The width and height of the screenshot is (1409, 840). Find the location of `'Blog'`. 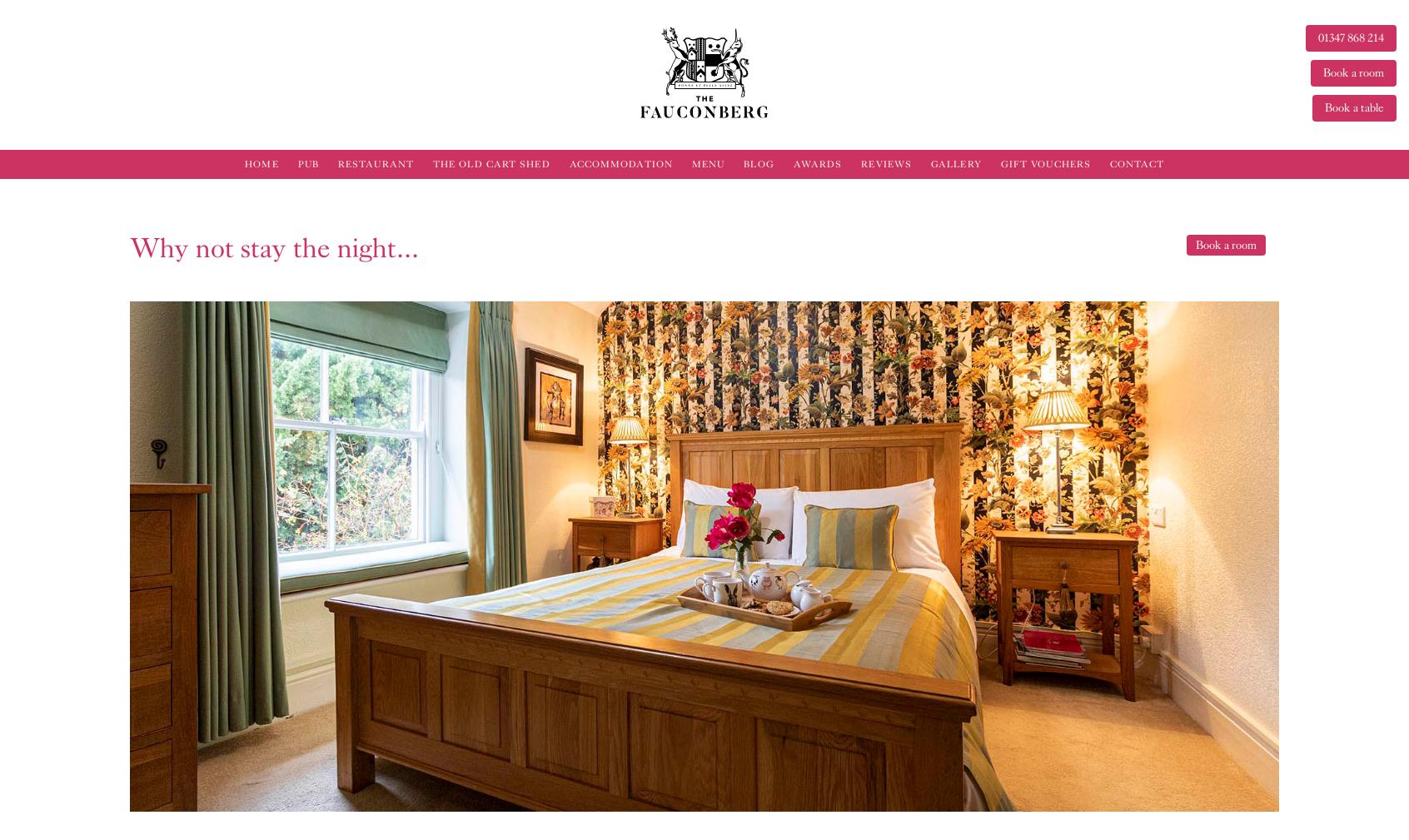

'Blog' is located at coordinates (757, 163).